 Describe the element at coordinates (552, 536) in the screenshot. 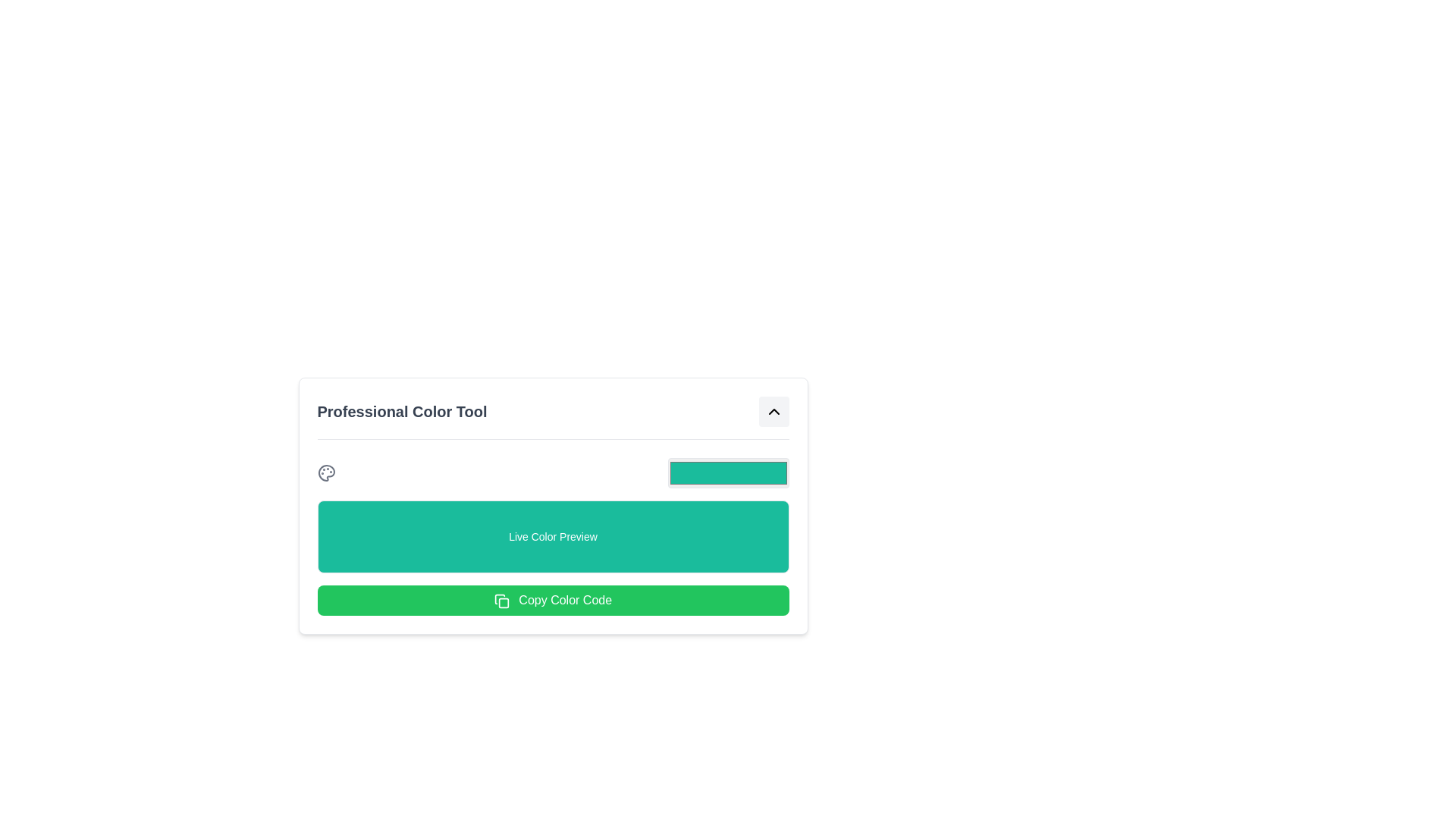

I see `the non-interactive display area that visually previews the selected color, located above the 'Copy Color Code' button` at that location.